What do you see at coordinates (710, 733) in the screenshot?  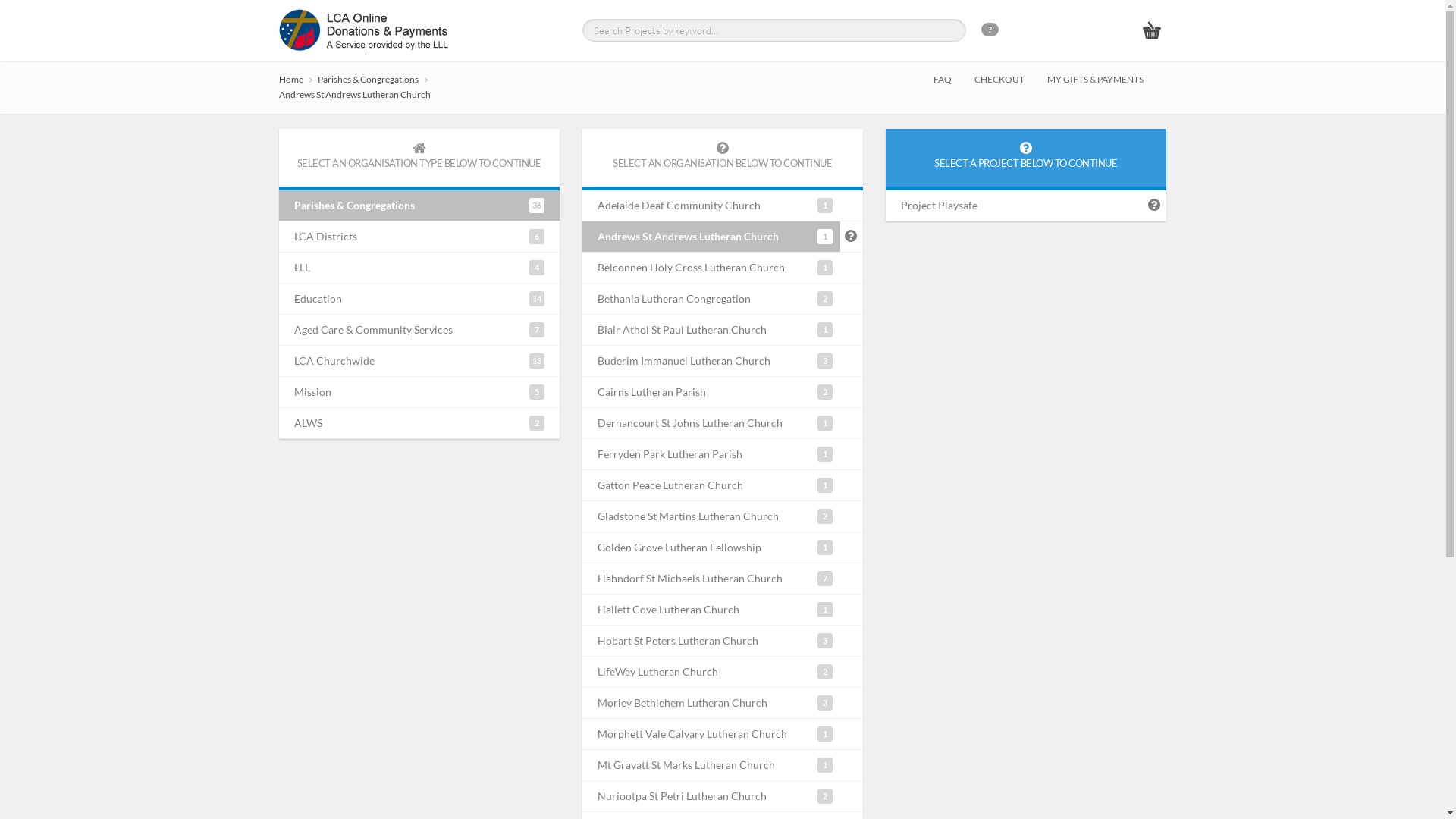 I see `'1` at bounding box center [710, 733].